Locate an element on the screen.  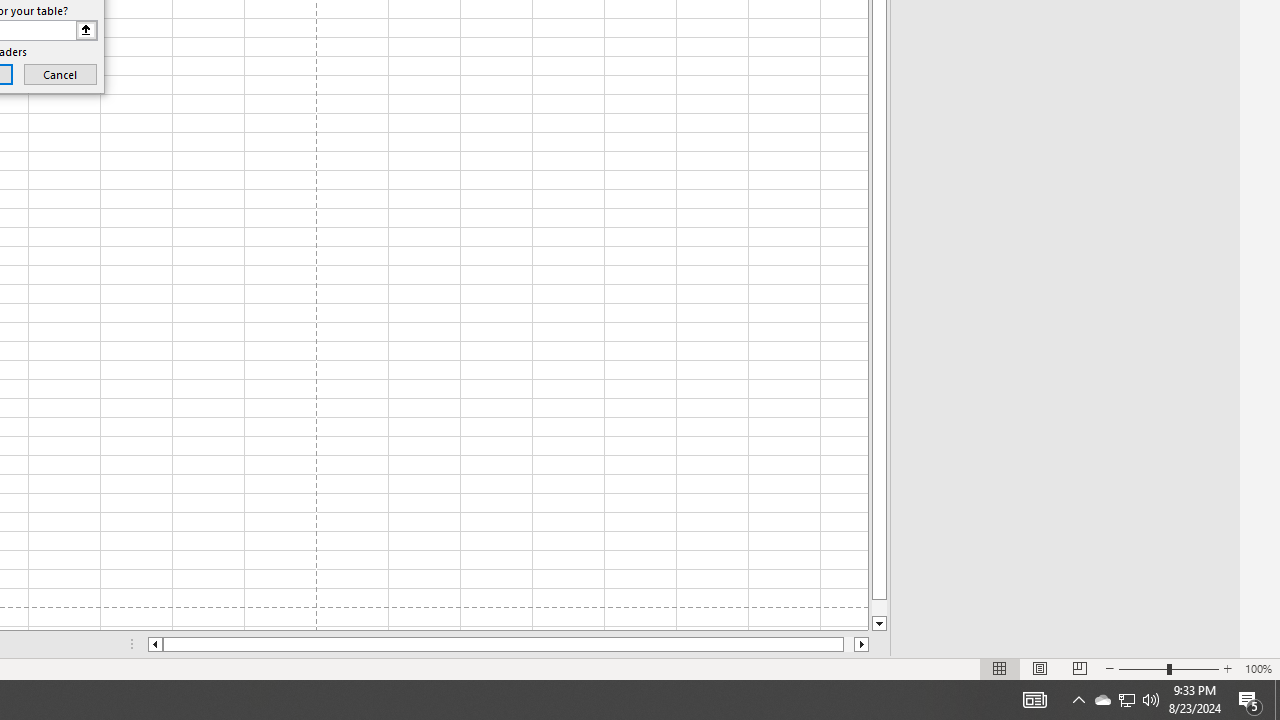
'Column right' is located at coordinates (862, 644).